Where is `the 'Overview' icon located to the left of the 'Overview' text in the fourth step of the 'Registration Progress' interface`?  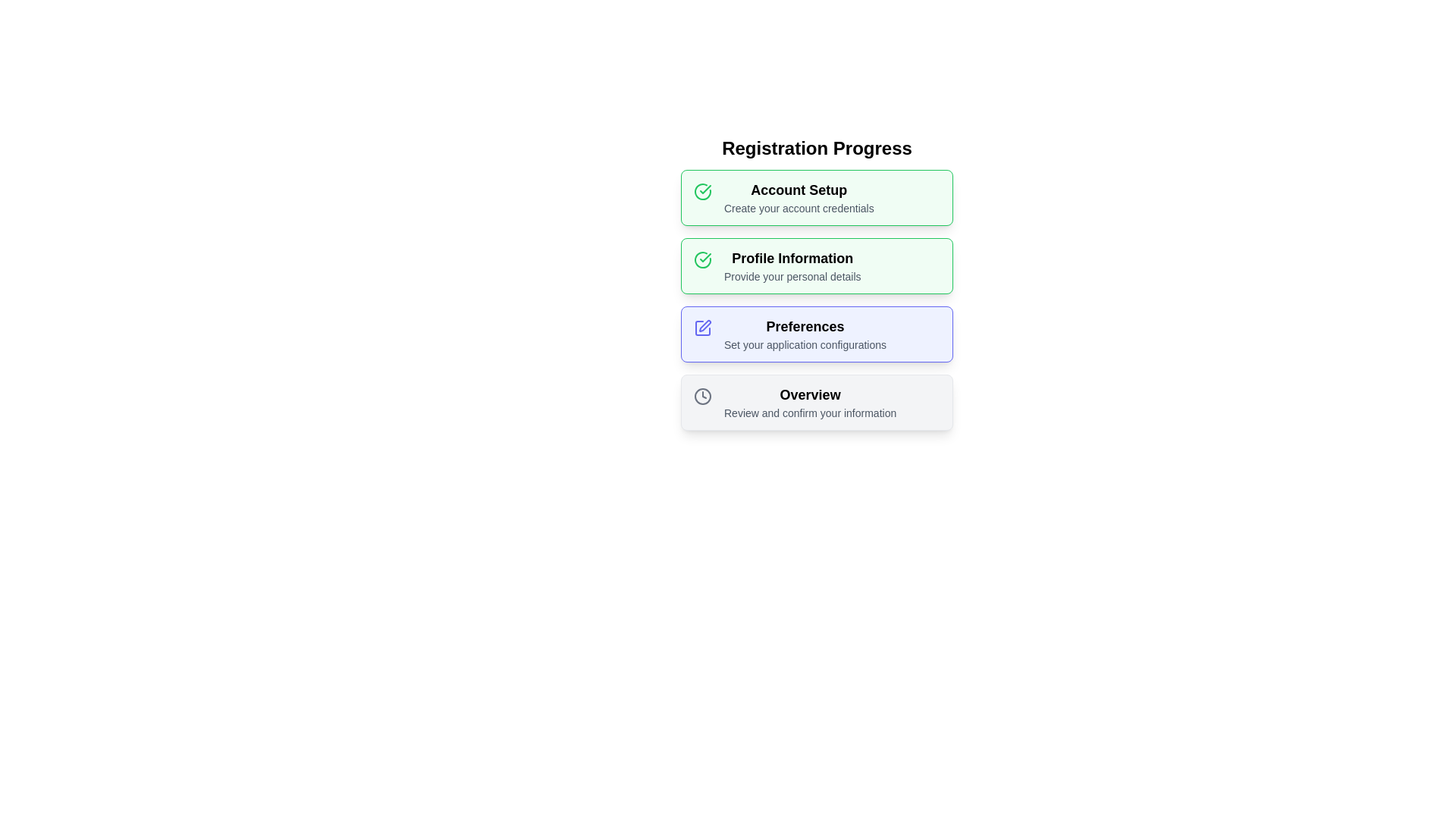 the 'Overview' icon located to the left of the 'Overview' text in the fourth step of the 'Registration Progress' interface is located at coordinates (701, 396).